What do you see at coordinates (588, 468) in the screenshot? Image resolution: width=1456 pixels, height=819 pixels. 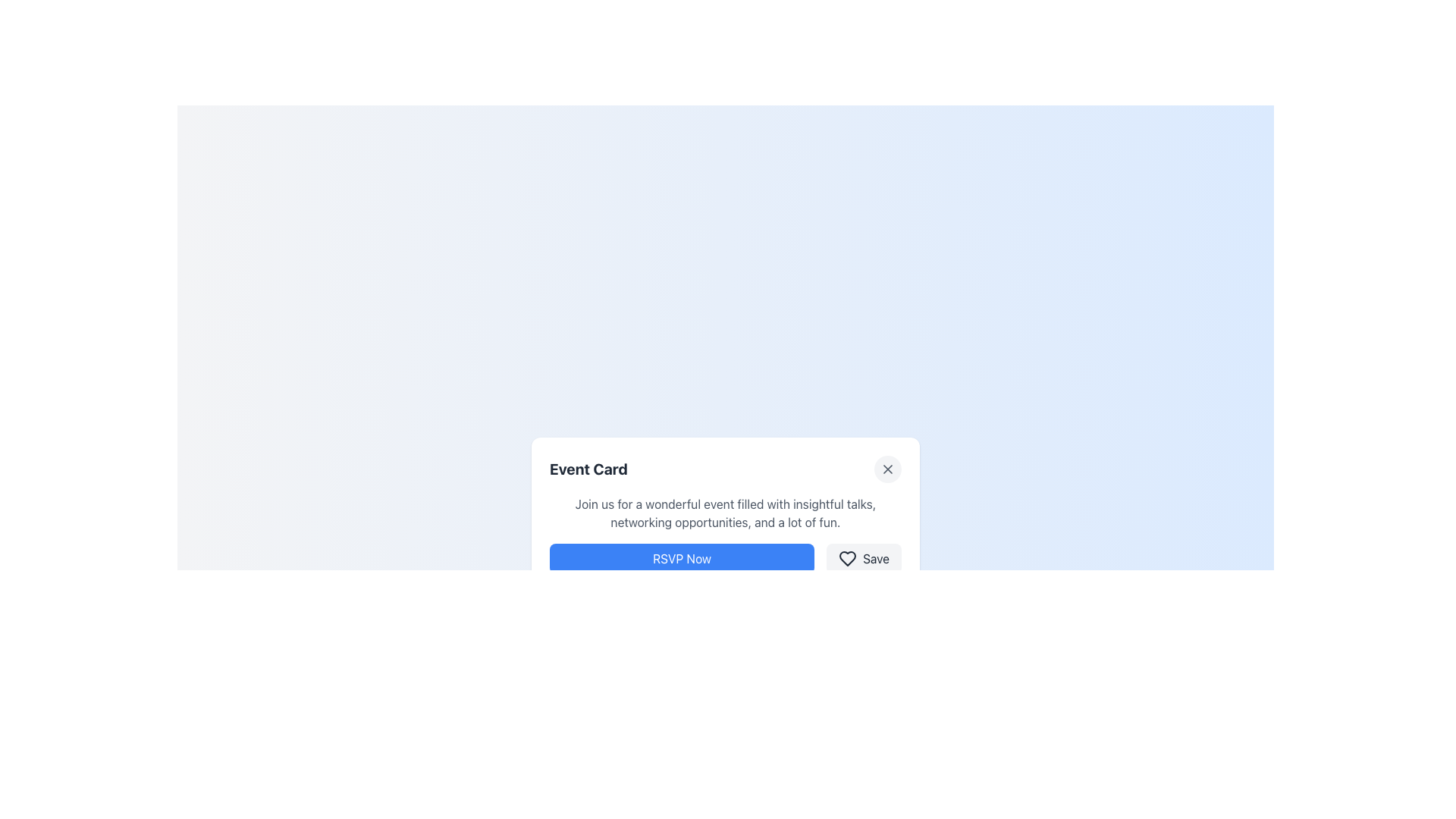 I see `the 'Event Card' static text, which is bold and large, styled in dark gray on a light background` at bounding box center [588, 468].